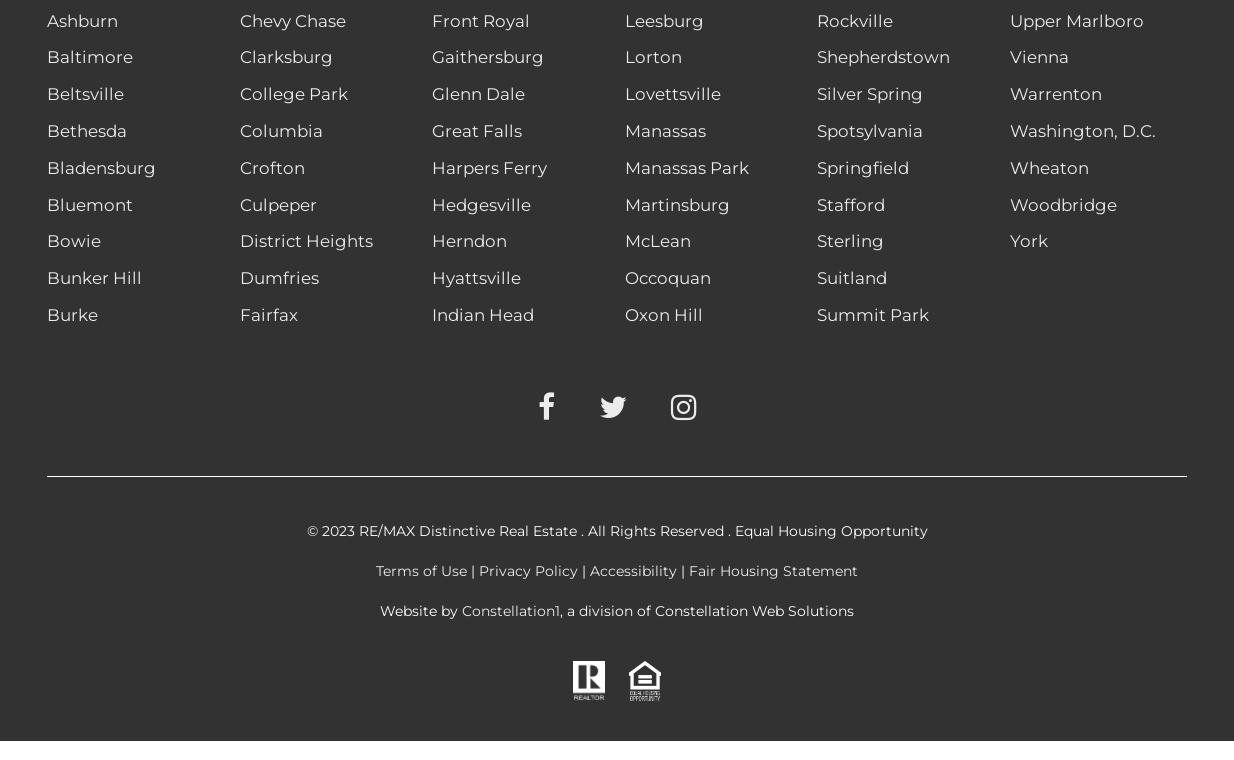 The height and width of the screenshot is (760, 1234). I want to click on 'Wheaton', so click(1048, 166).